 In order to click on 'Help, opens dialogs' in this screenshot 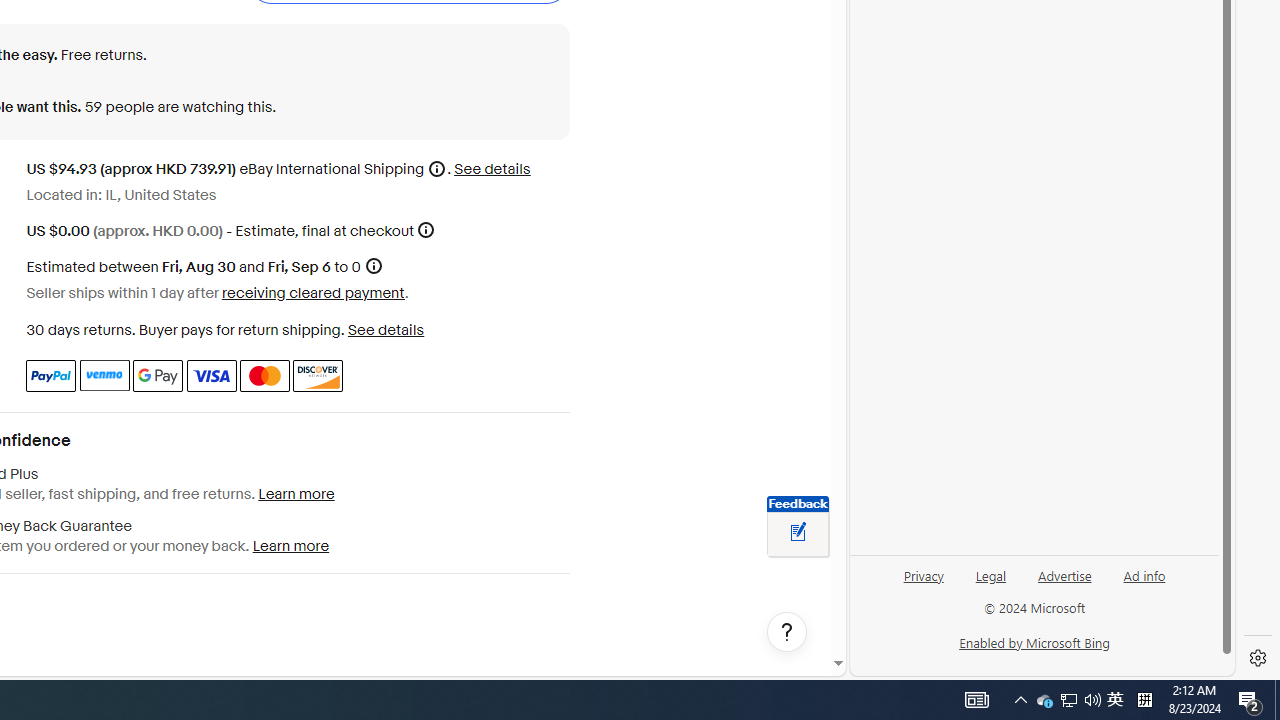, I will do `click(786, 632)`.